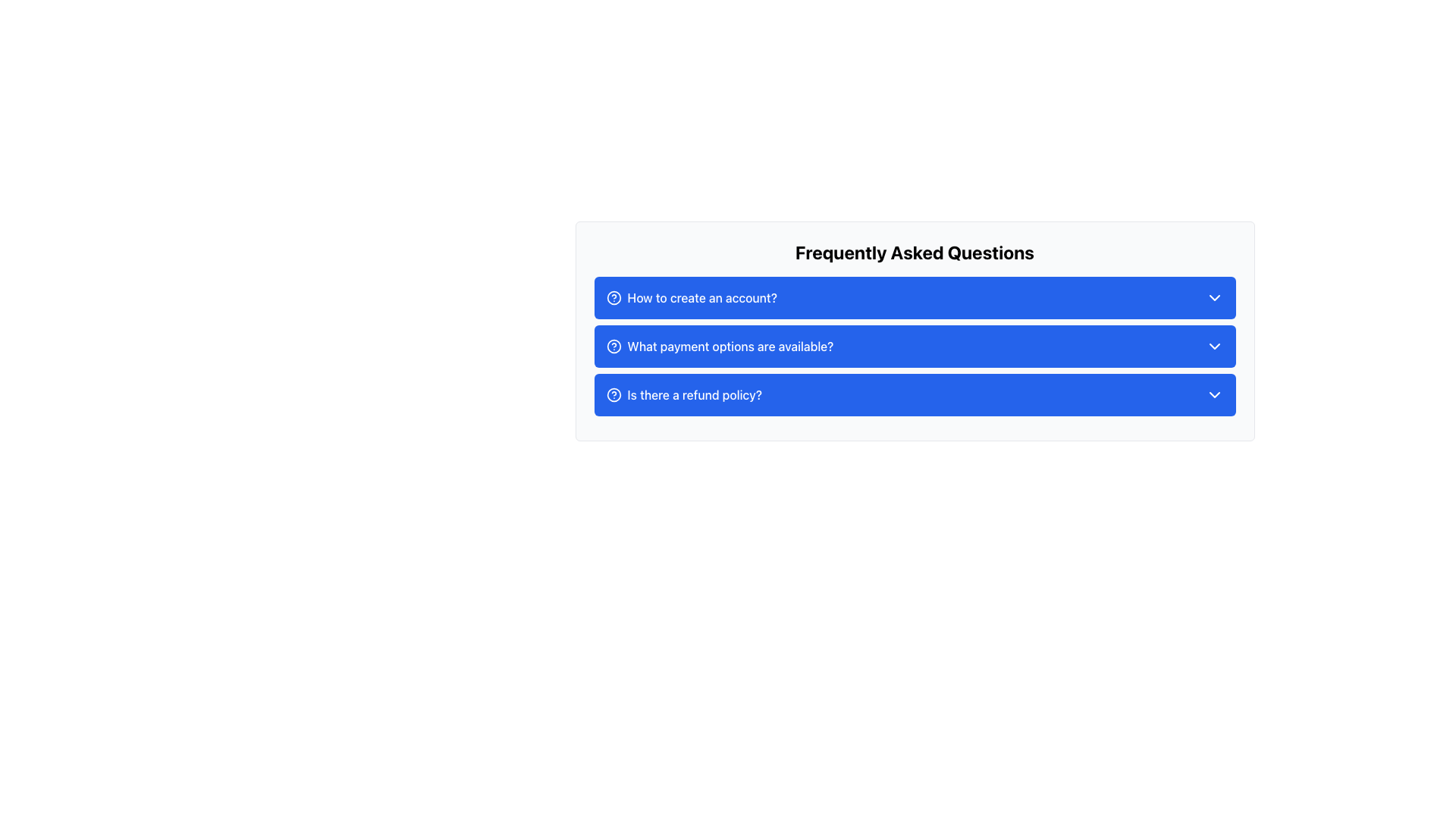 The image size is (1456, 819). What do you see at coordinates (719, 346) in the screenshot?
I see `the text label 'What payment options are available?' with a question mark icon` at bounding box center [719, 346].